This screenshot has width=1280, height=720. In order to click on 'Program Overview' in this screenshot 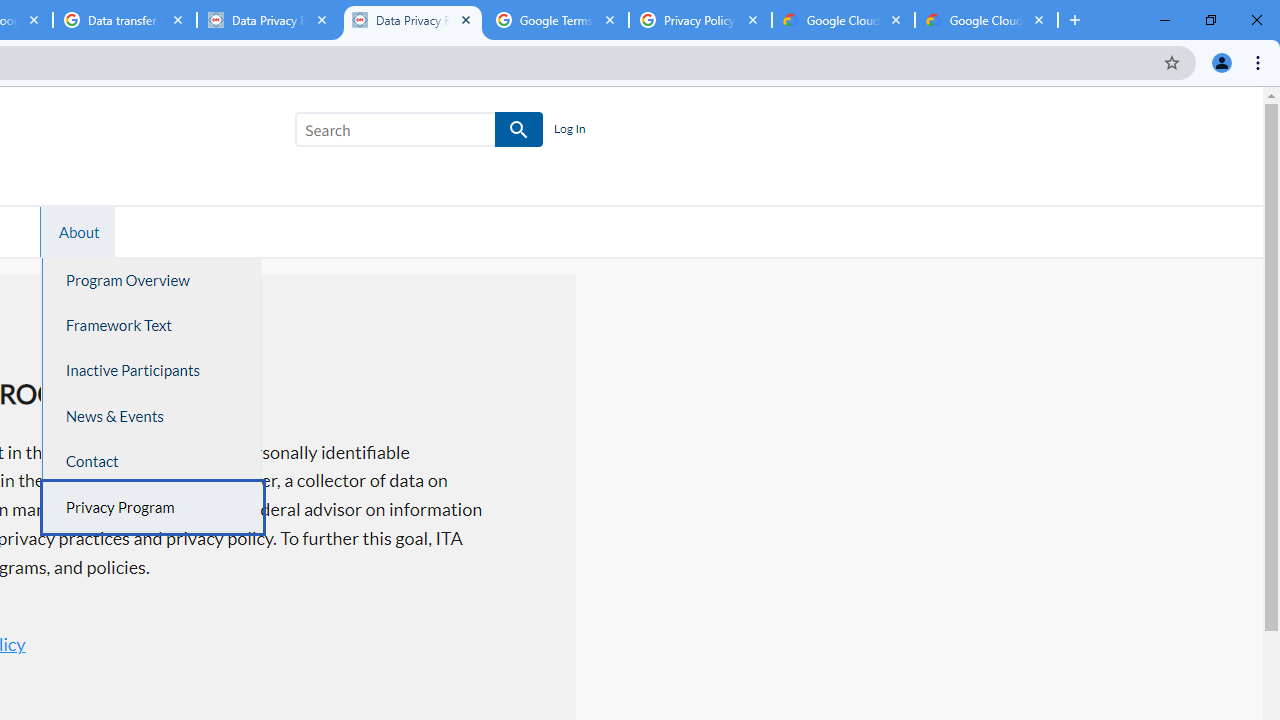, I will do `click(151, 280)`.